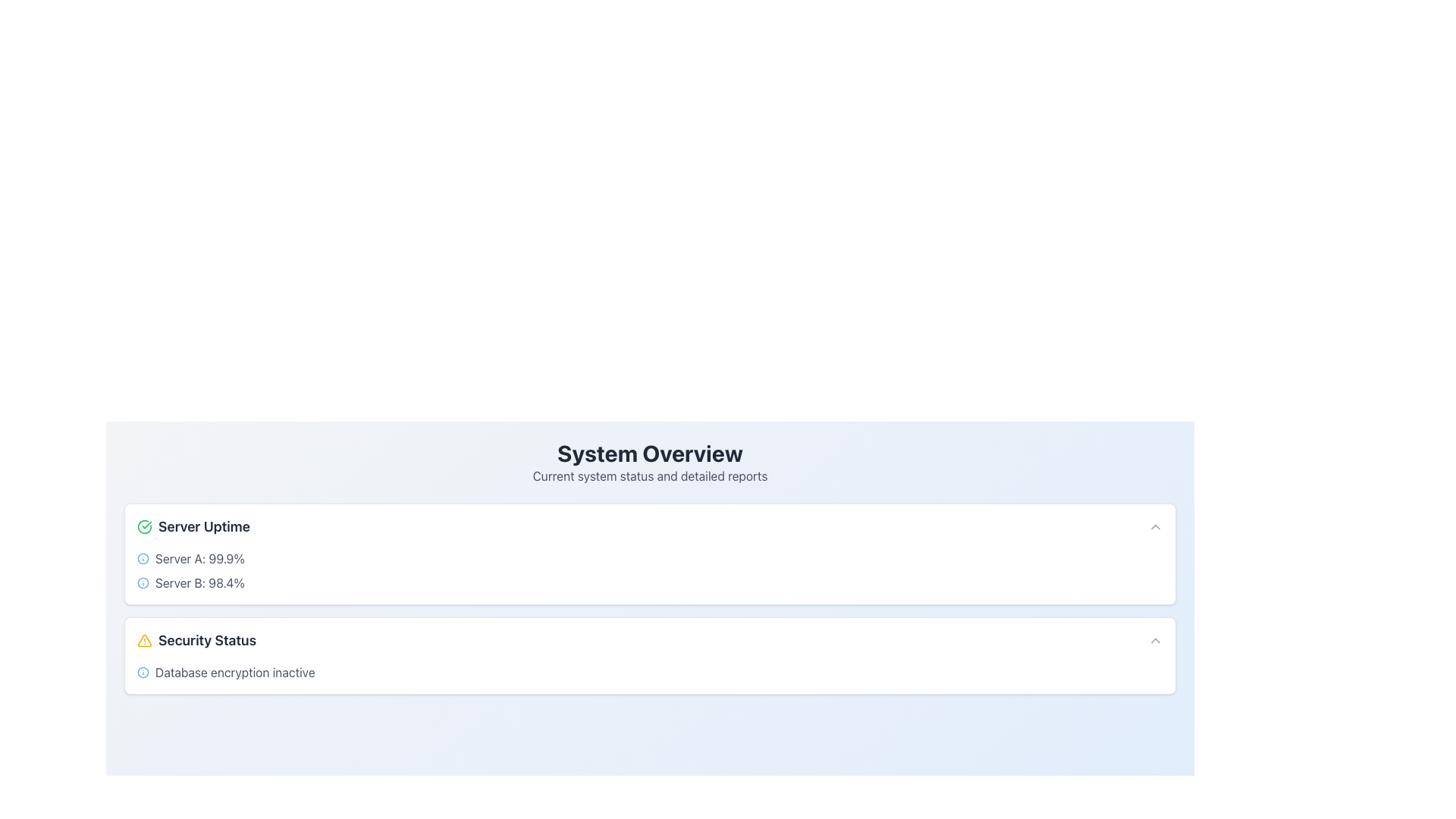 The width and height of the screenshot is (1456, 819). Describe the element at coordinates (206, 640) in the screenshot. I see `the 'Security Status' text label, which is styled with a larger, bold font in dark gray and positioned to the right of a yellow triangular warning icon` at that location.